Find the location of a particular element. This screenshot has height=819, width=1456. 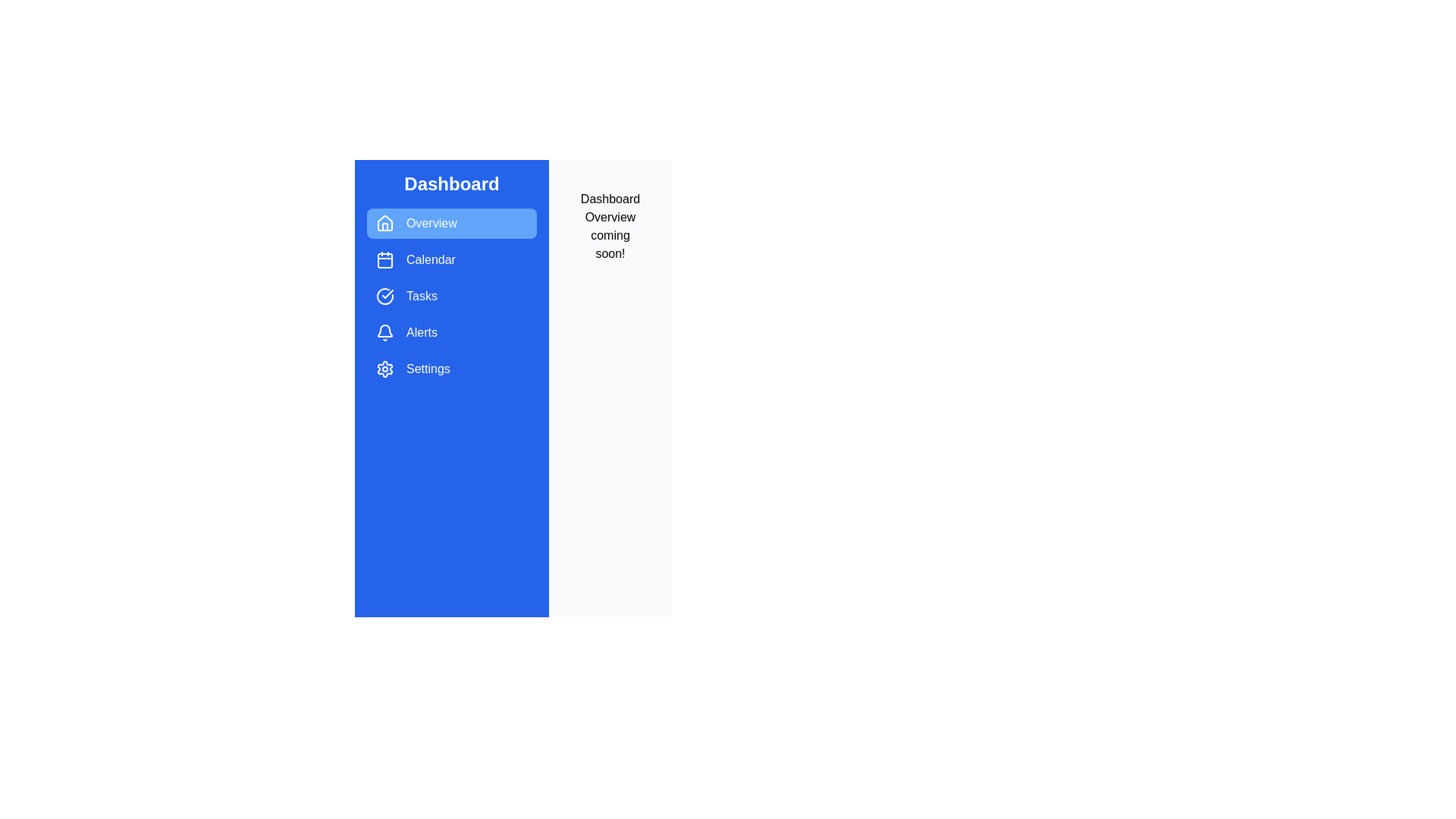

the static text header located at the top of the blue sidebar section, which serves as a title for the navigation options is located at coordinates (450, 184).